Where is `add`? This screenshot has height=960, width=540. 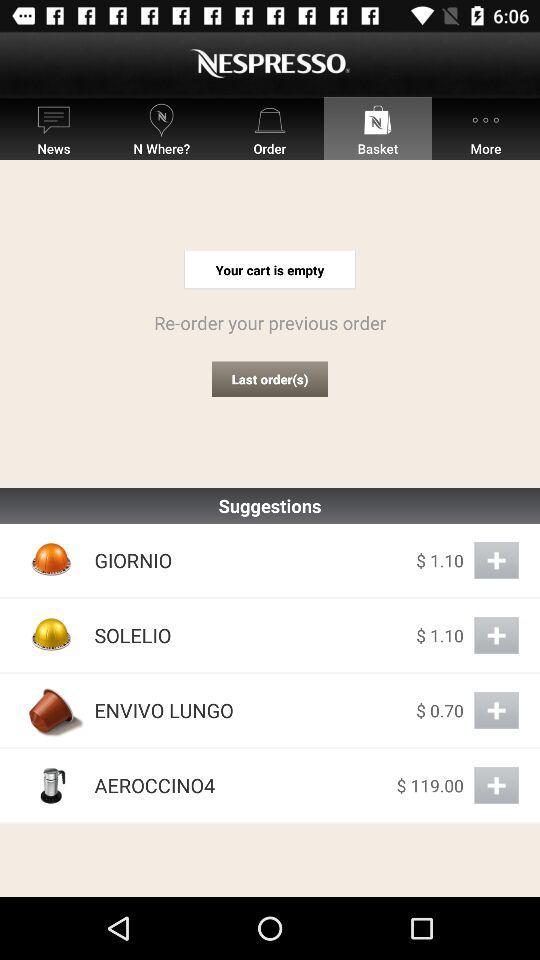 add is located at coordinates (495, 785).